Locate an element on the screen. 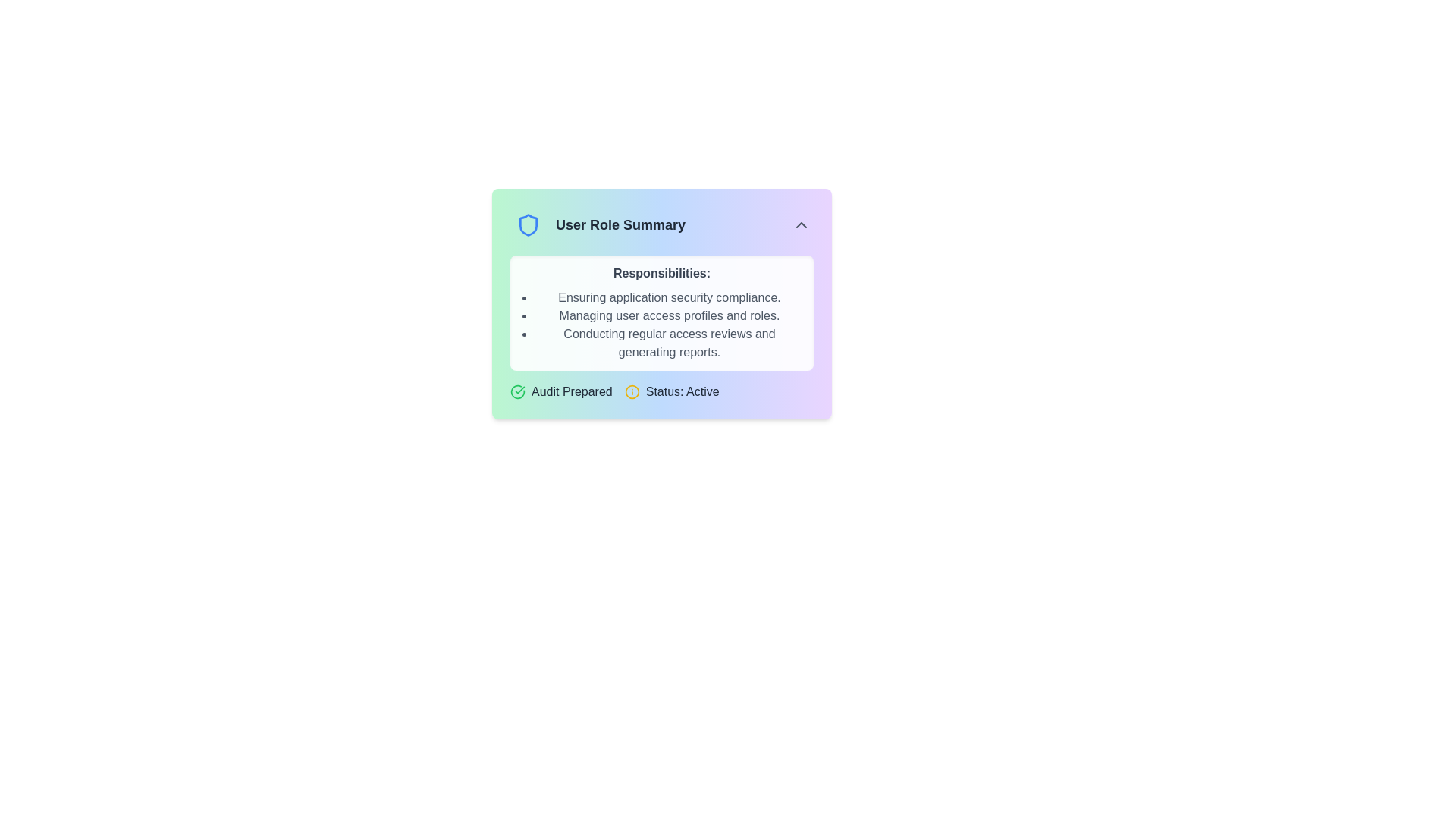 This screenshot has height=819, width=1456. the third text element in the 'Responsibilities' section of the card that provides information about a key task associated with the user role is located at coordinates (669, 343).